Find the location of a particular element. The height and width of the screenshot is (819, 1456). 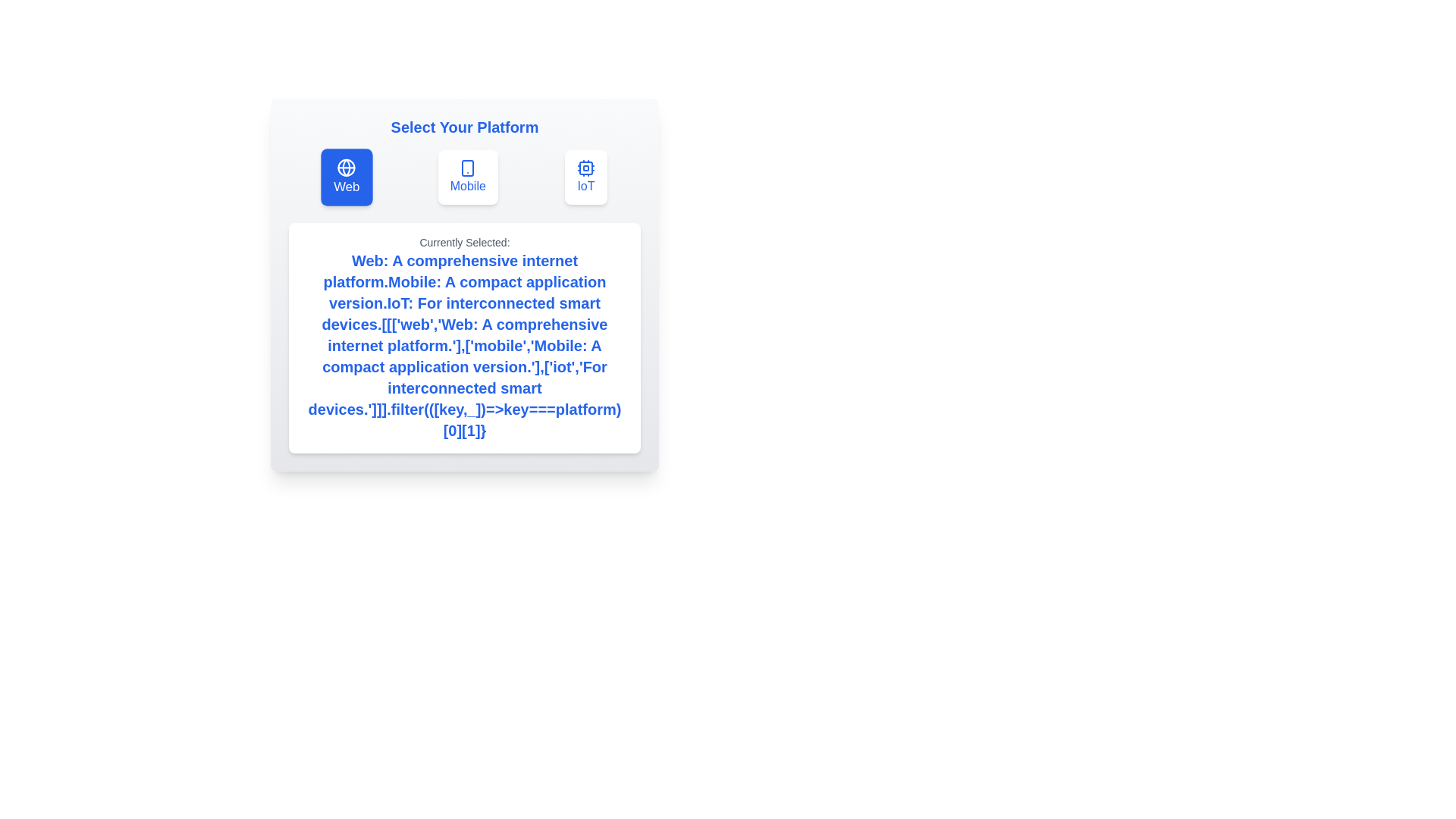

the button corresponding to the platform IoT to select it is located at coordinates (585, 177).